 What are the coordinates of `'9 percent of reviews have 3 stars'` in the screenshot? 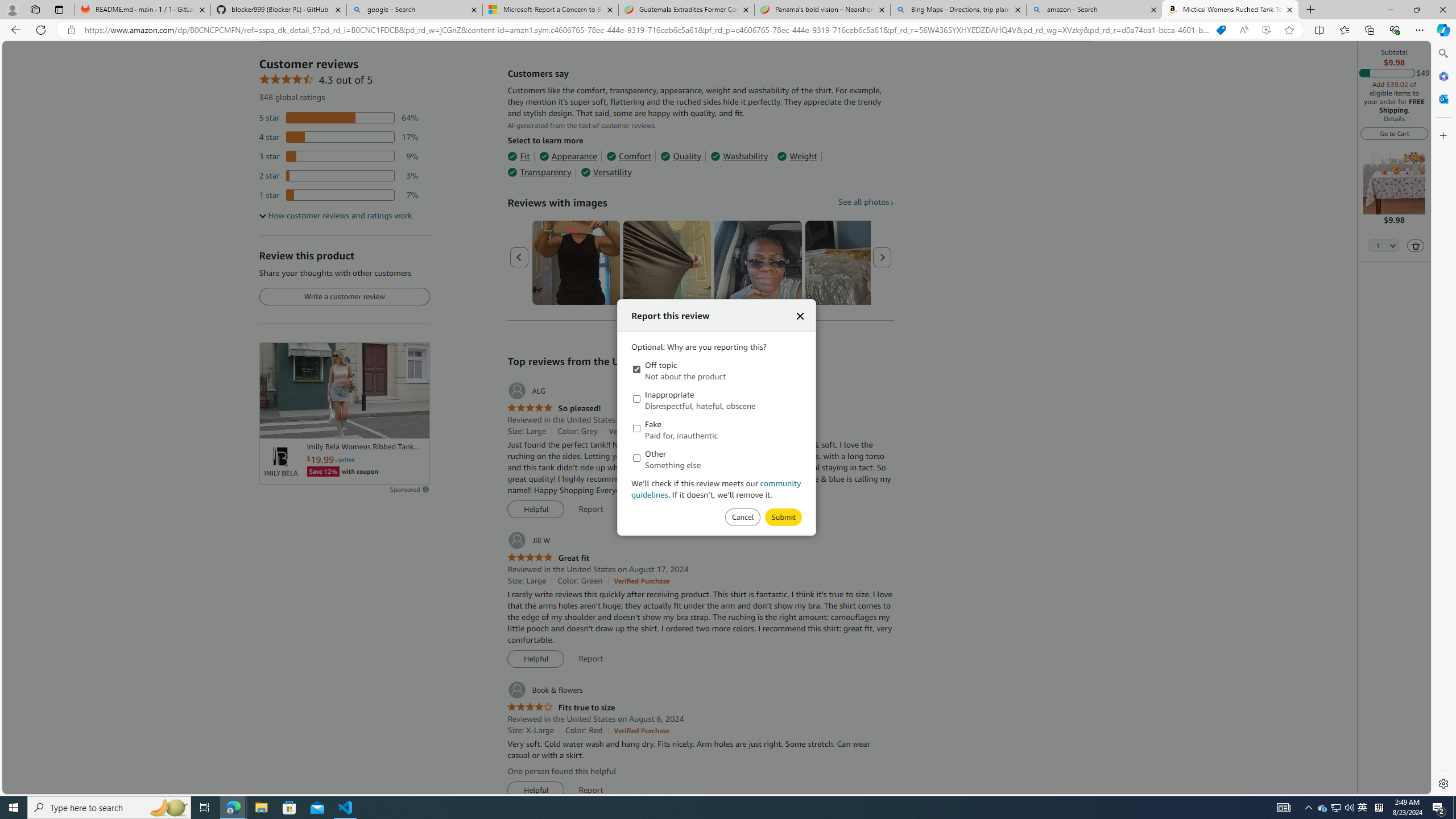 It's located at (338, 156).